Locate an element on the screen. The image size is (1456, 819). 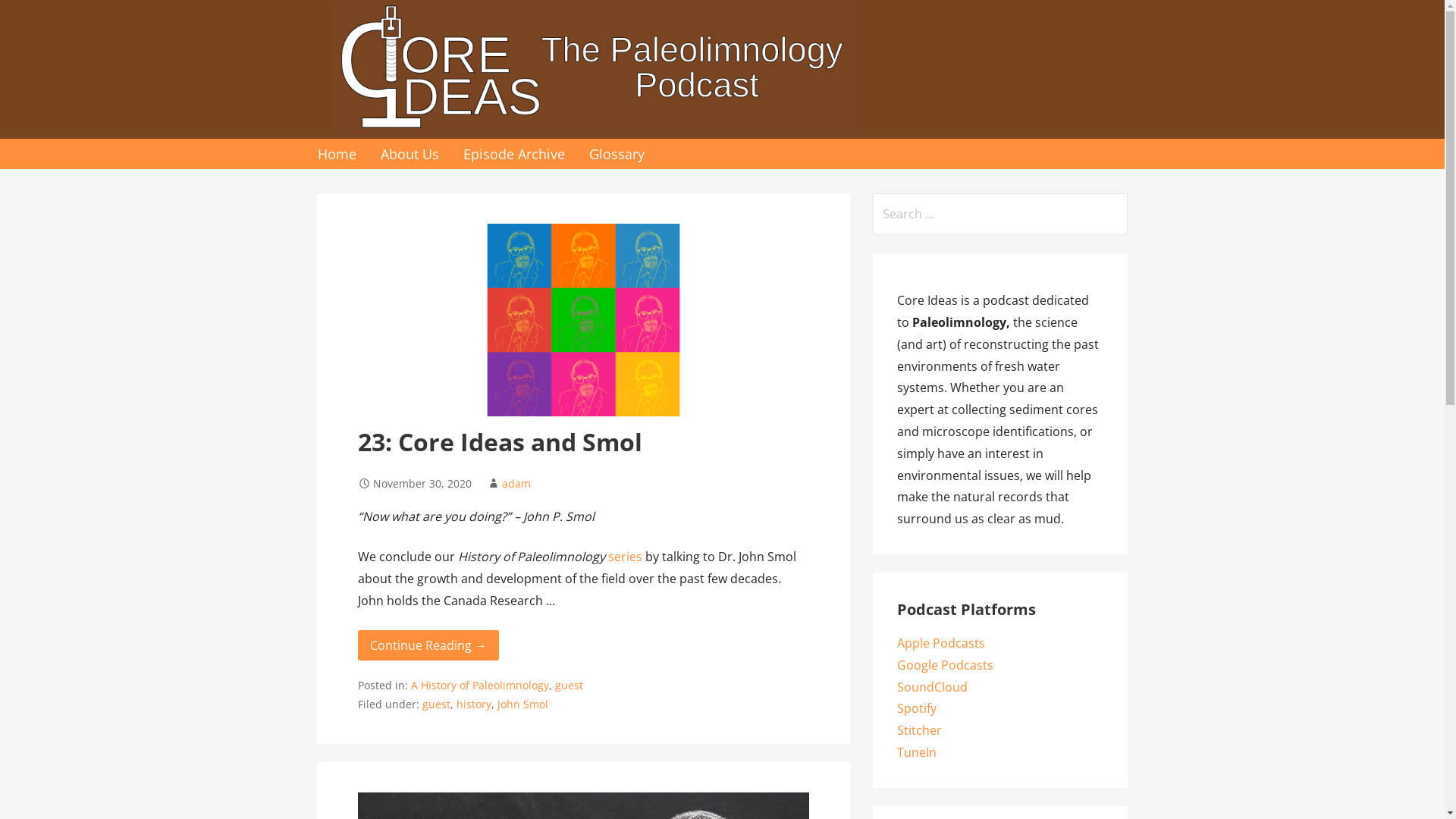
'Google Podcasts' is located at coordinates (896, 664).